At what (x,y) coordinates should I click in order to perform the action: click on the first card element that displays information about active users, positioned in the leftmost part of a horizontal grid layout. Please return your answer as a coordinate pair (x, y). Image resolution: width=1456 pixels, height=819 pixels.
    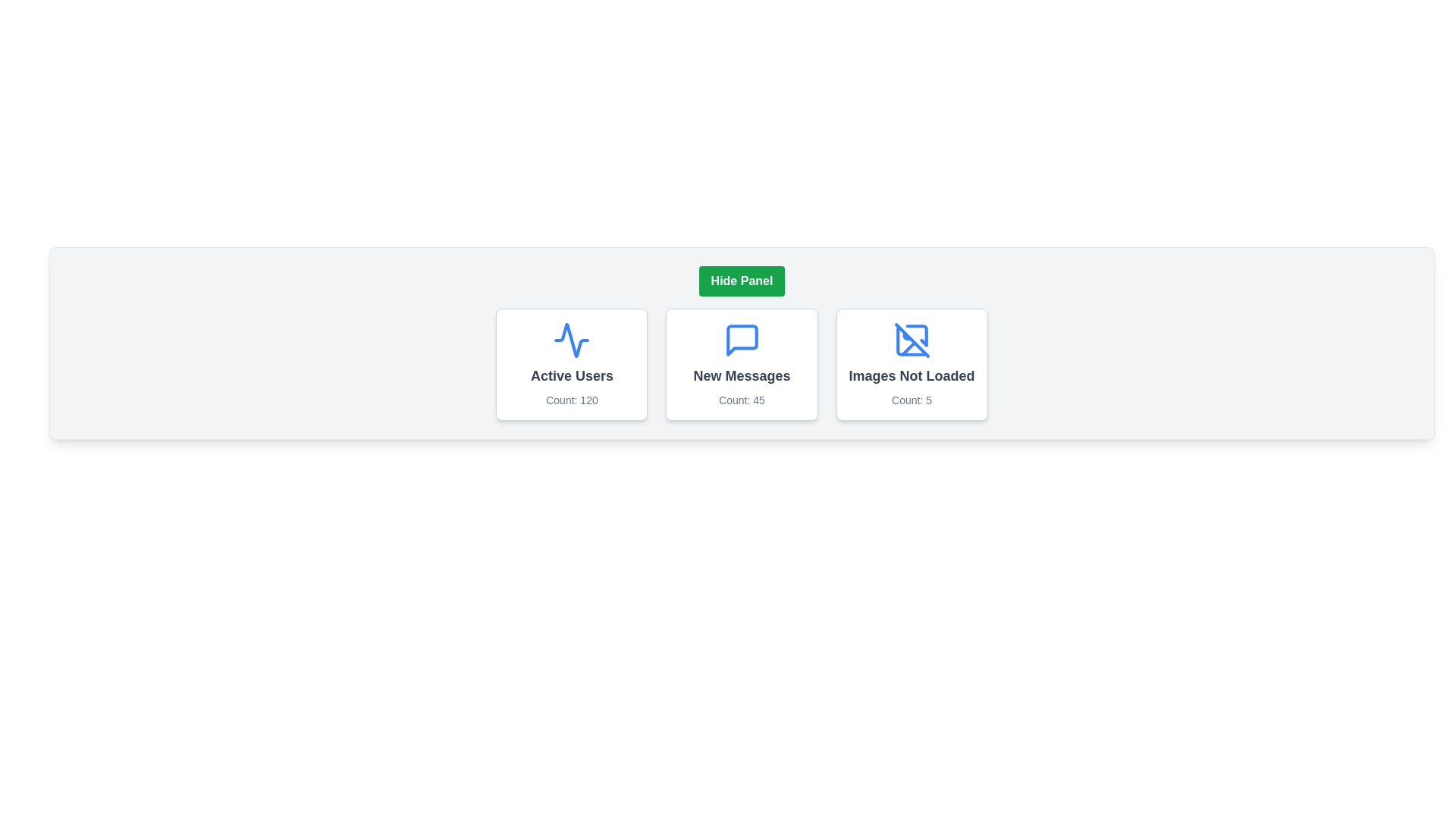
    Looking at the image, I should click on (571, 365).